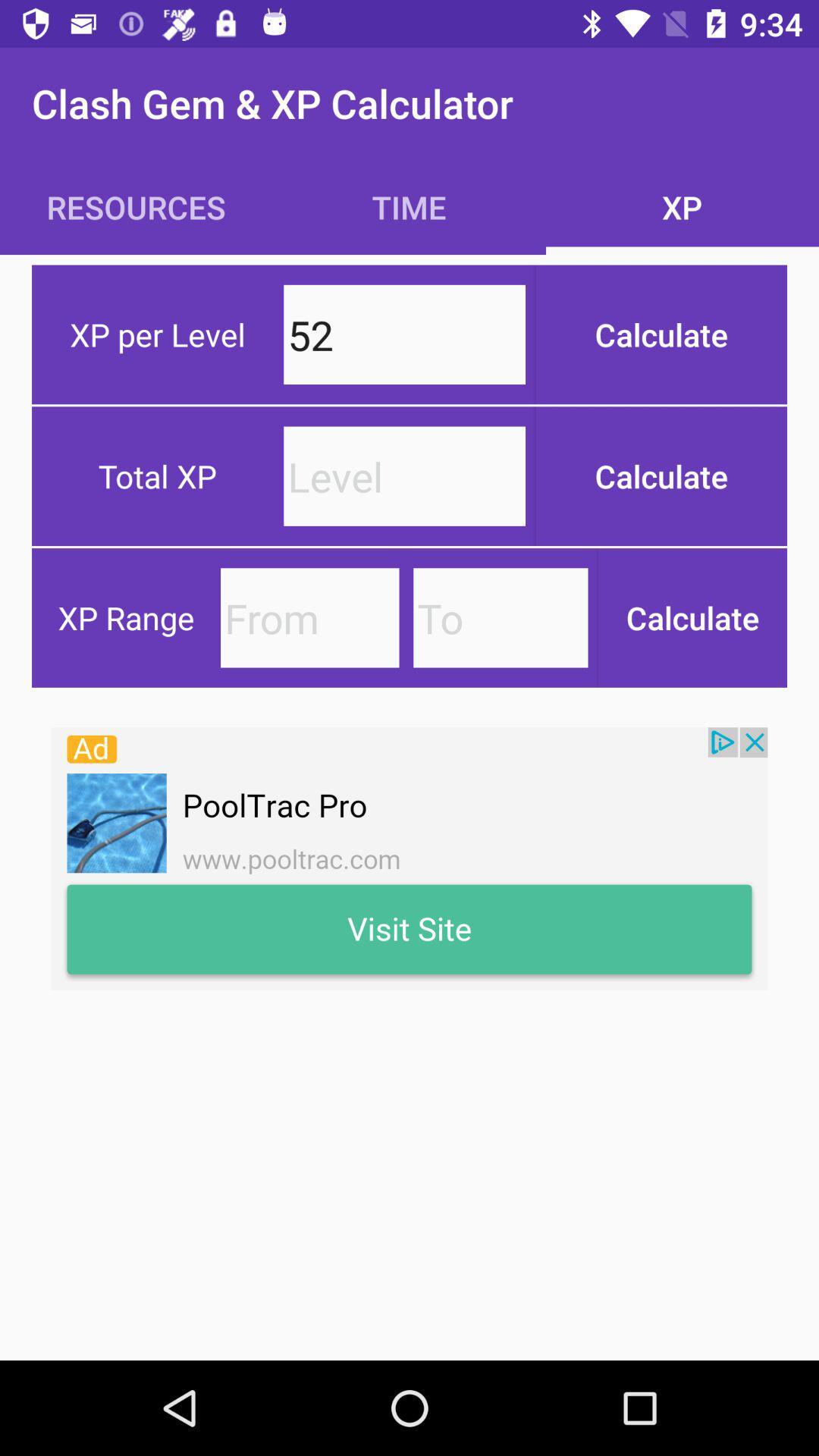 The image size is (819, 1456). What do you see at coordinates (309, 617) in the screenshot?
I see `from xp` at bounding box center [309, 617].